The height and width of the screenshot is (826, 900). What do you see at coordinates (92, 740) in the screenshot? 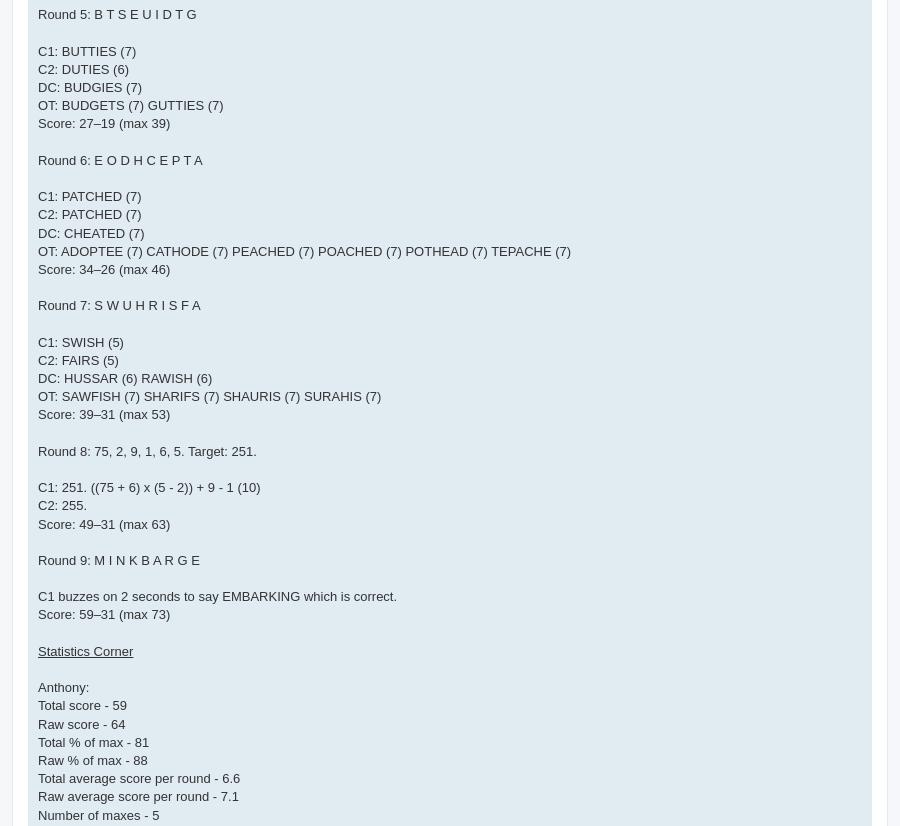
I see `'Total % of max - 81'` at bounding box center [92, 740].